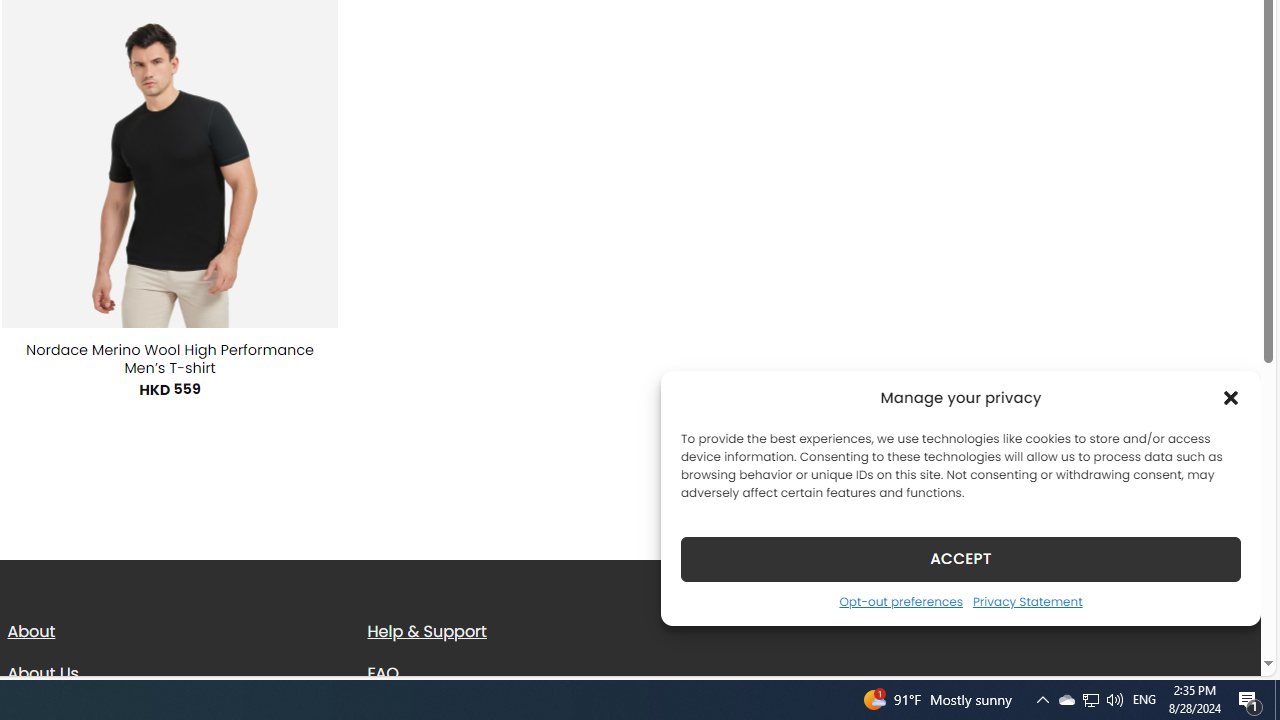 This screenshot has width=1280, height=720. What do you see at coordinates (42, 672) in the screenshot?
I see `'About Us'` at bounding box center [42, 672].